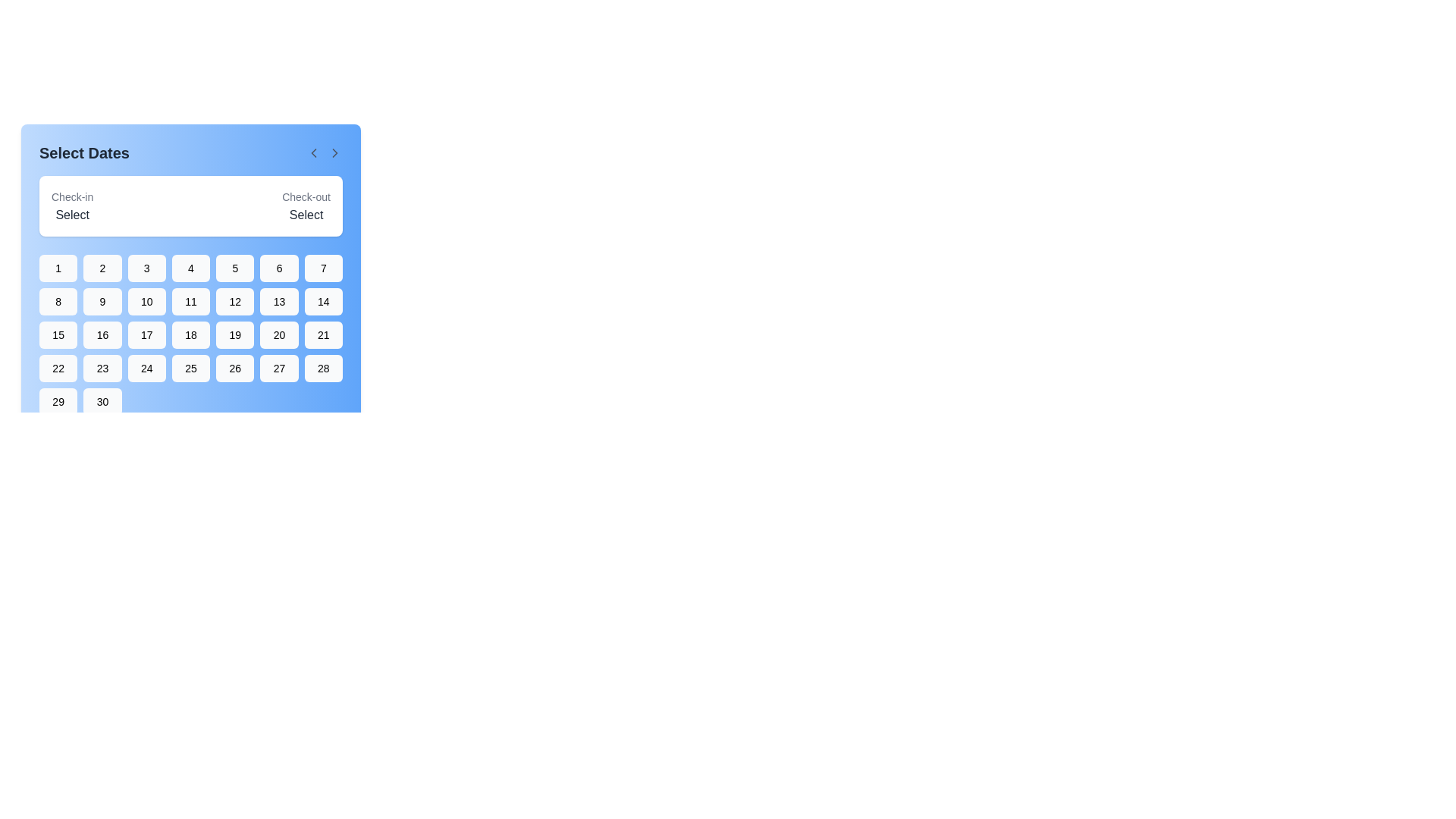 The image size is (1456, 819). I want to click on the selectable date button for the 21st day in the calendar interface, positioned below the 'Select Dates' header and above navigation controls, so click(322, 334).